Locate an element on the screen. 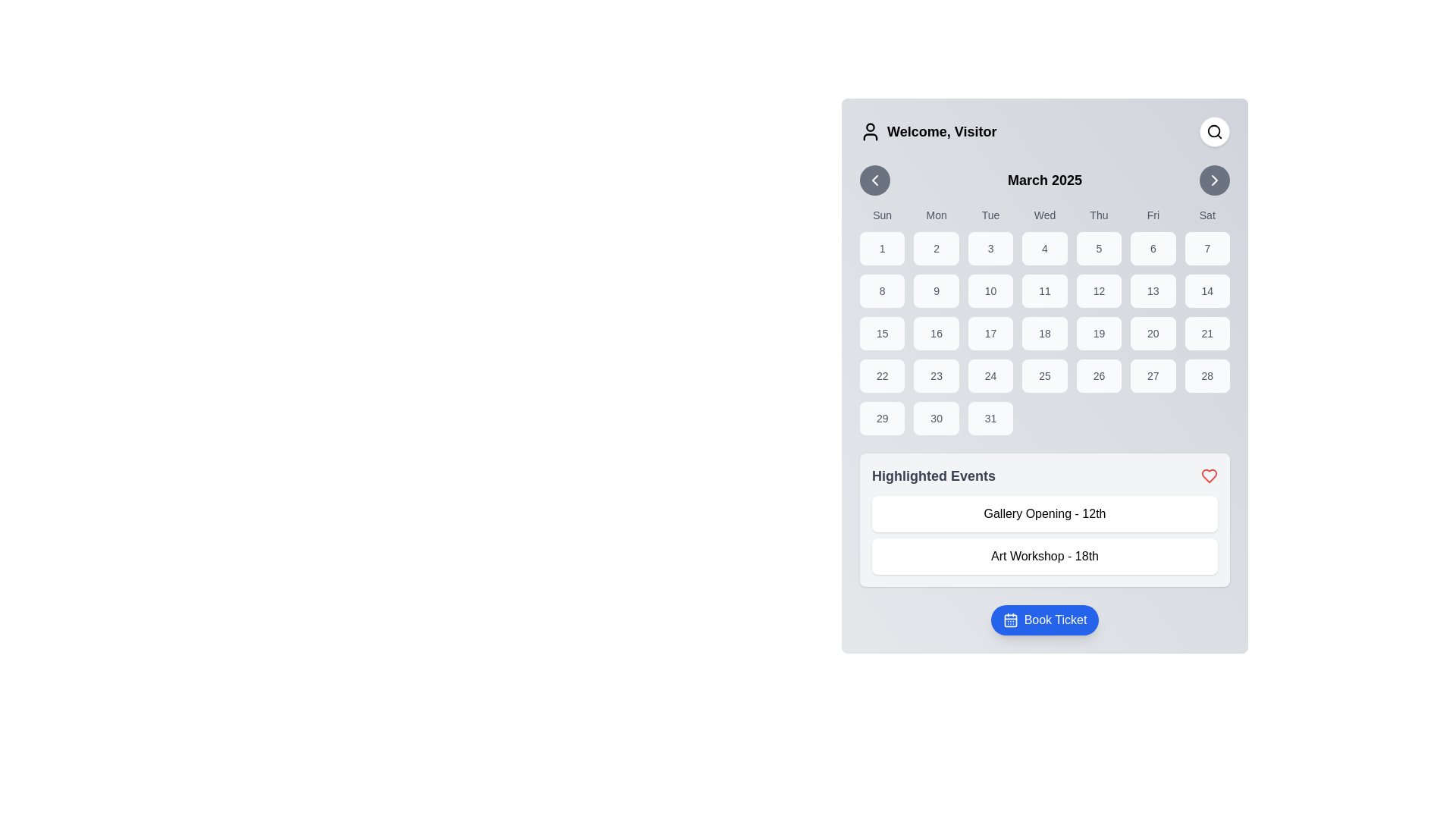 The height and width of the screenshot is (819, 1456). the button containing the number '8' centered in a medium-dark font on a light gray background, located in the third row and first column of the grid layout under the 'Sun' label in the date picker is located at coordinates (882, 291).